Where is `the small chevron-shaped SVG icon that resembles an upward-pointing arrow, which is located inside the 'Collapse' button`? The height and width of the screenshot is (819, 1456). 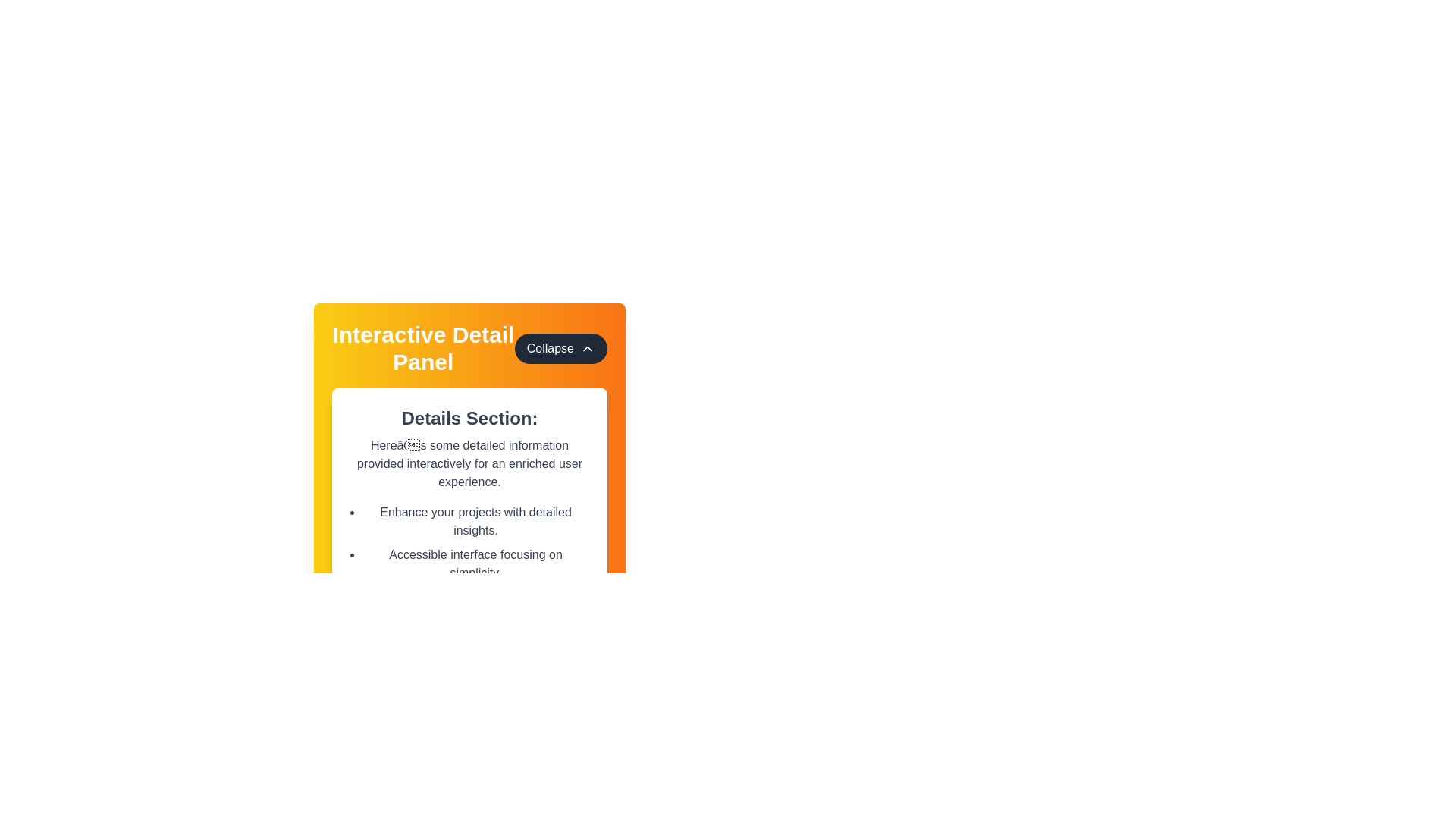 the small chevron-shaped SVG icon that resembles an upward-pointing arrow, which is located inside the 'Collapse' button is located at coordinates (586, 348).